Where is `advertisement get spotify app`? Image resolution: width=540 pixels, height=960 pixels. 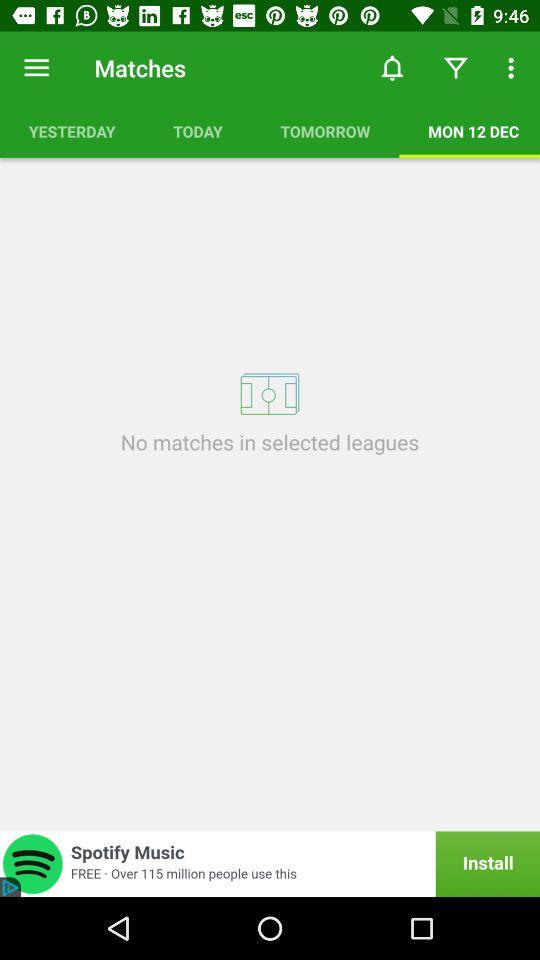 advertisement get spotify app is located at coordinates (270, 863).